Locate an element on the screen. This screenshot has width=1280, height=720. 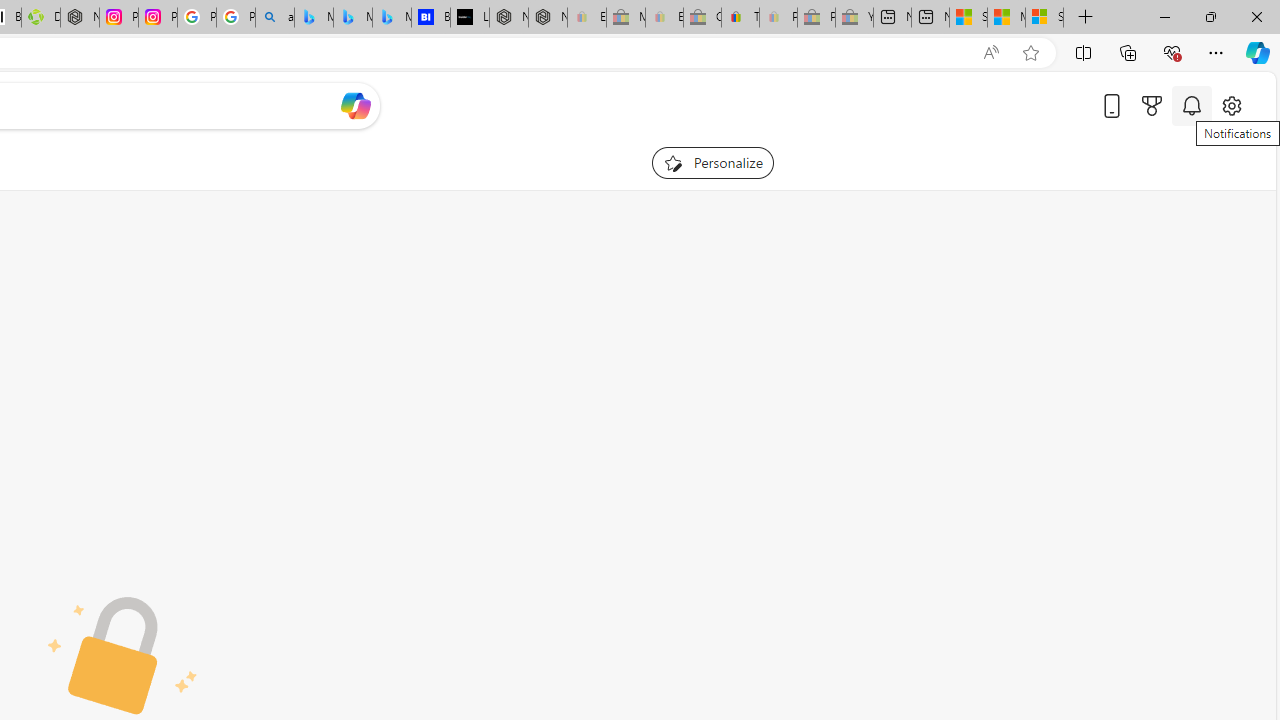
'Nordace - Nordace Edin Collection' is located at coordinates (80, 17).